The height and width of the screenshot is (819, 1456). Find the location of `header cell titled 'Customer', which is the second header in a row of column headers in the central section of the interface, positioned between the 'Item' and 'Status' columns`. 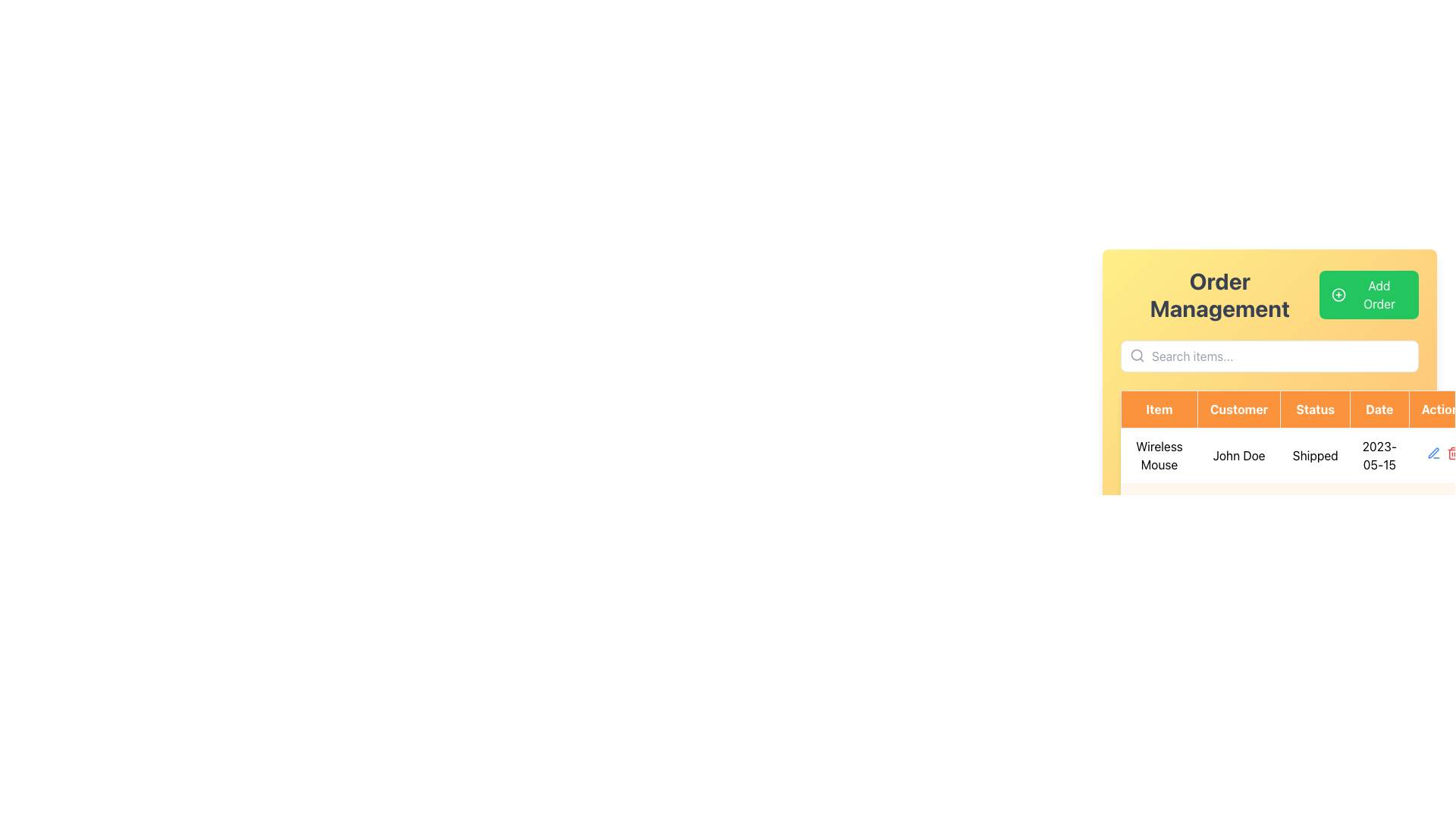

header cell titled 'Customer', which is the second header in a row of column headers in the central section of the interface, positioned between the 'Item' and 'Status' columns is located at coordinates (1239, 409).